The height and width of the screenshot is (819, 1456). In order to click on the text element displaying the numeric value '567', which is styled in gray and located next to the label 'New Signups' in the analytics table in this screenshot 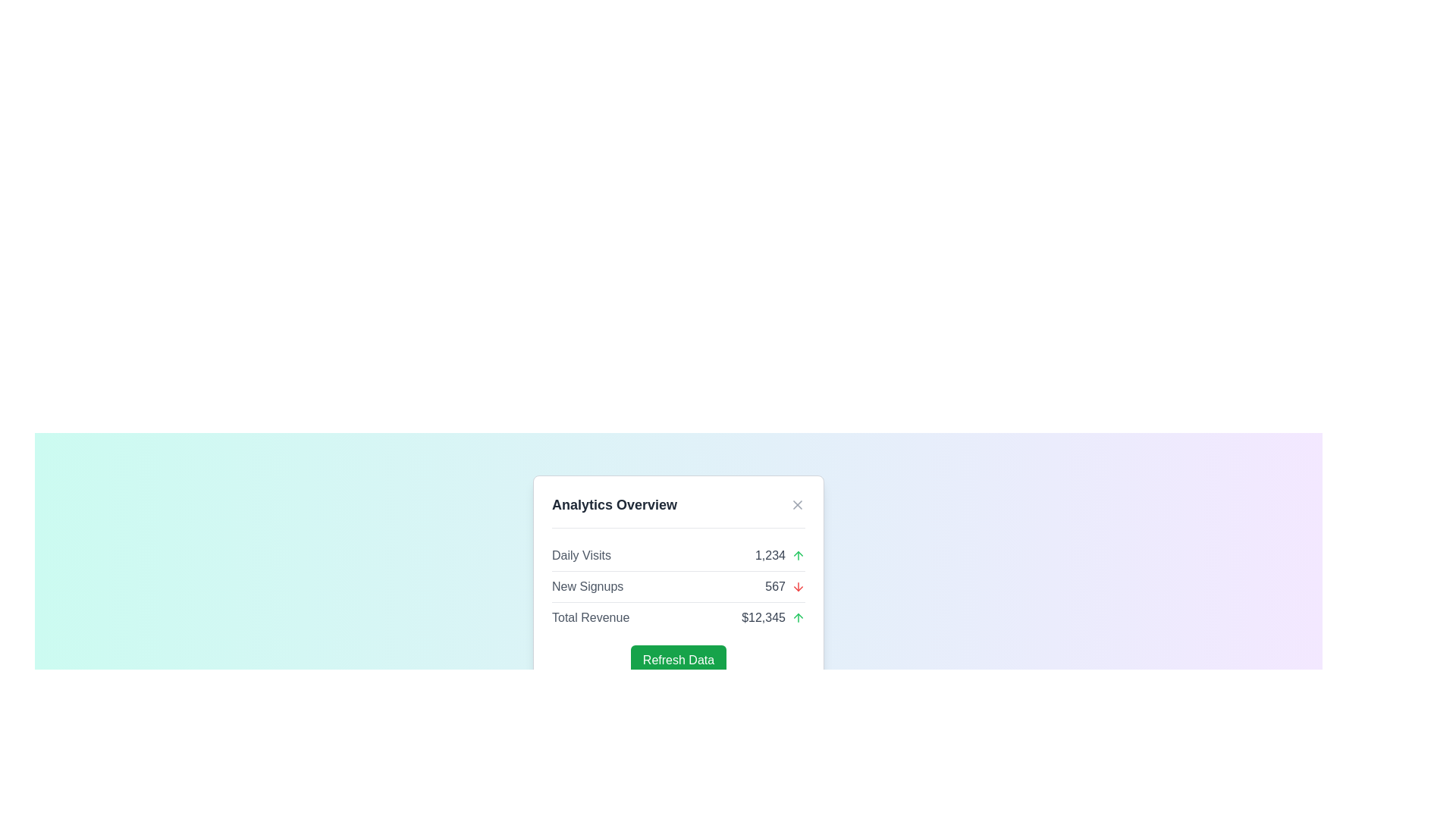, I will do `click(775, 586)`.